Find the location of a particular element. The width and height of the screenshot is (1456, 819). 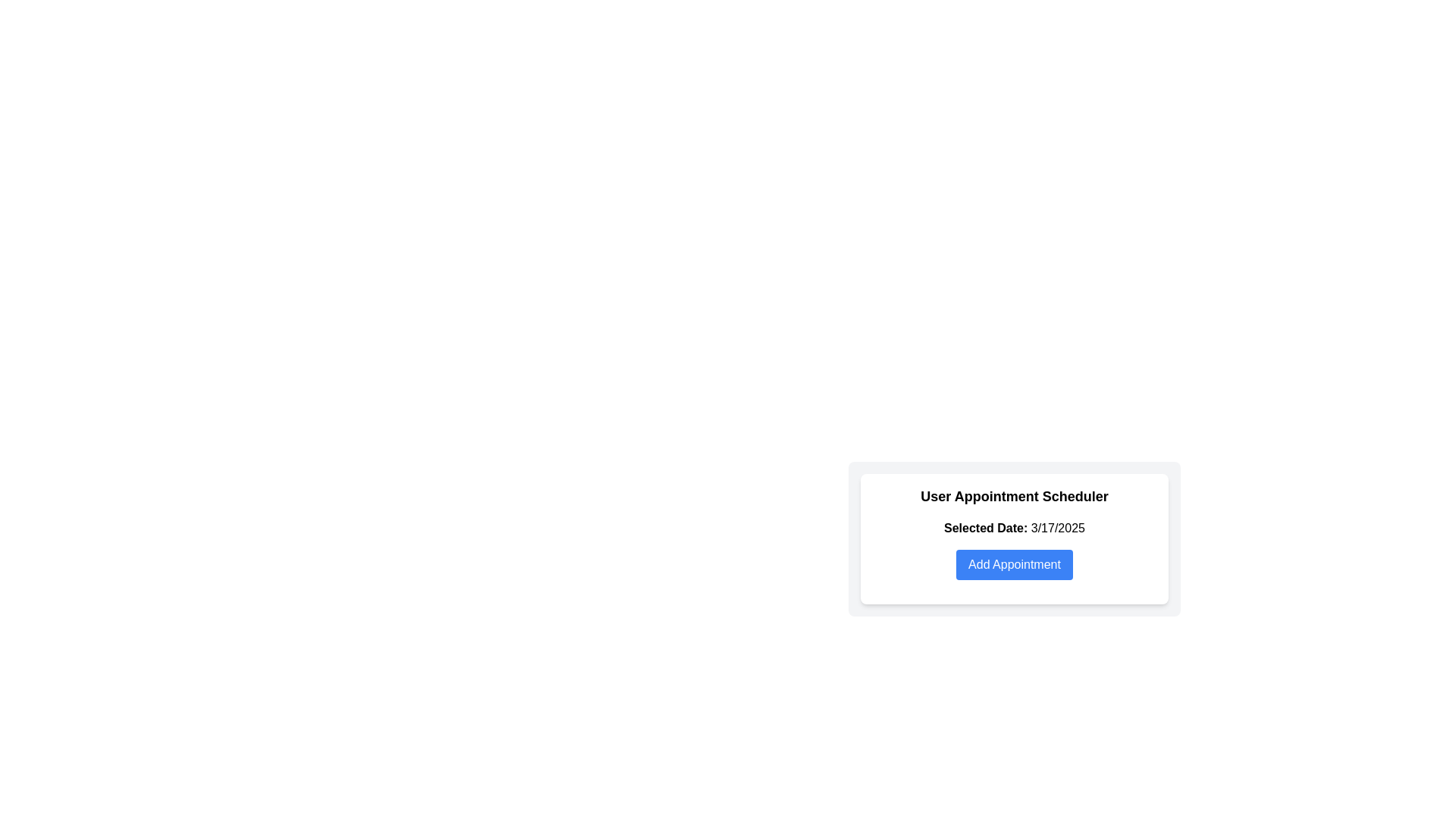

the text label that reads 'User Appointment Scheduler', which is styled in bold and serves as the title for the grouped content is located at coordinates (1015, 497).